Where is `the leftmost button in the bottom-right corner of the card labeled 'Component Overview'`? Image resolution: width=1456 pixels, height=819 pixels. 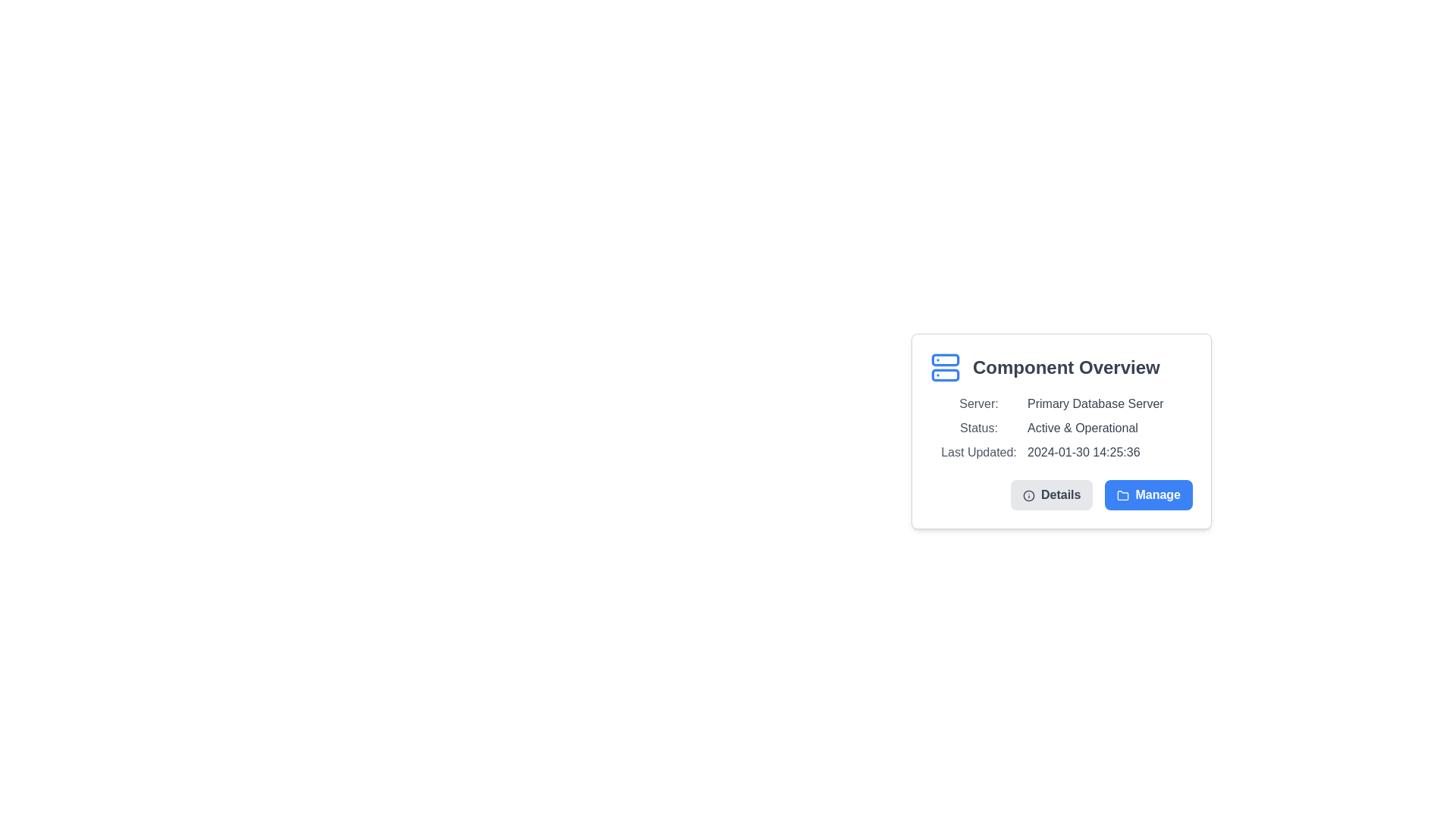
the leftmost button in the bottom-right corner of the card labeled 'Component Overview' is located at coordinates (1051, 494).